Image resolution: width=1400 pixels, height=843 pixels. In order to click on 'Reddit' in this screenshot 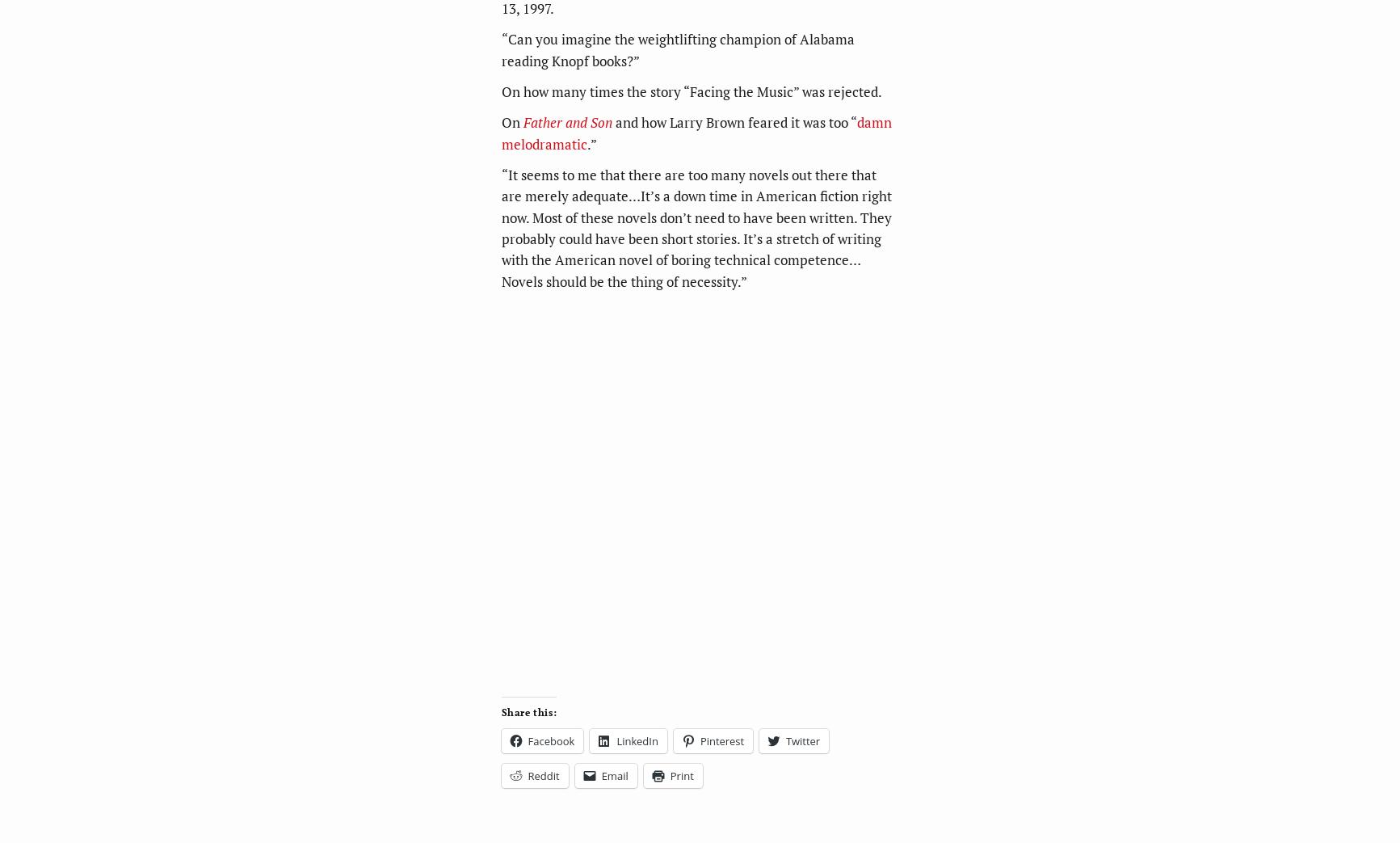, I will do `click(543, 774)`.